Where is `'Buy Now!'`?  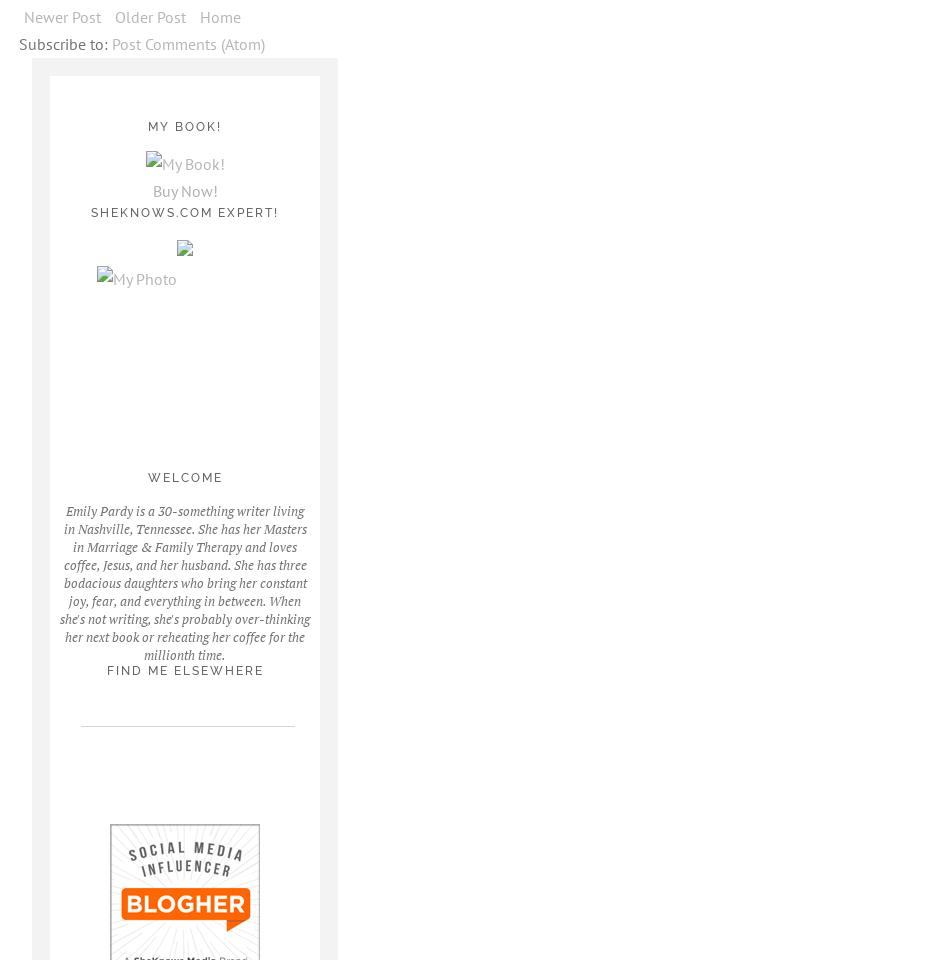
'Buy Now!' is located at coordinates (183, 191).